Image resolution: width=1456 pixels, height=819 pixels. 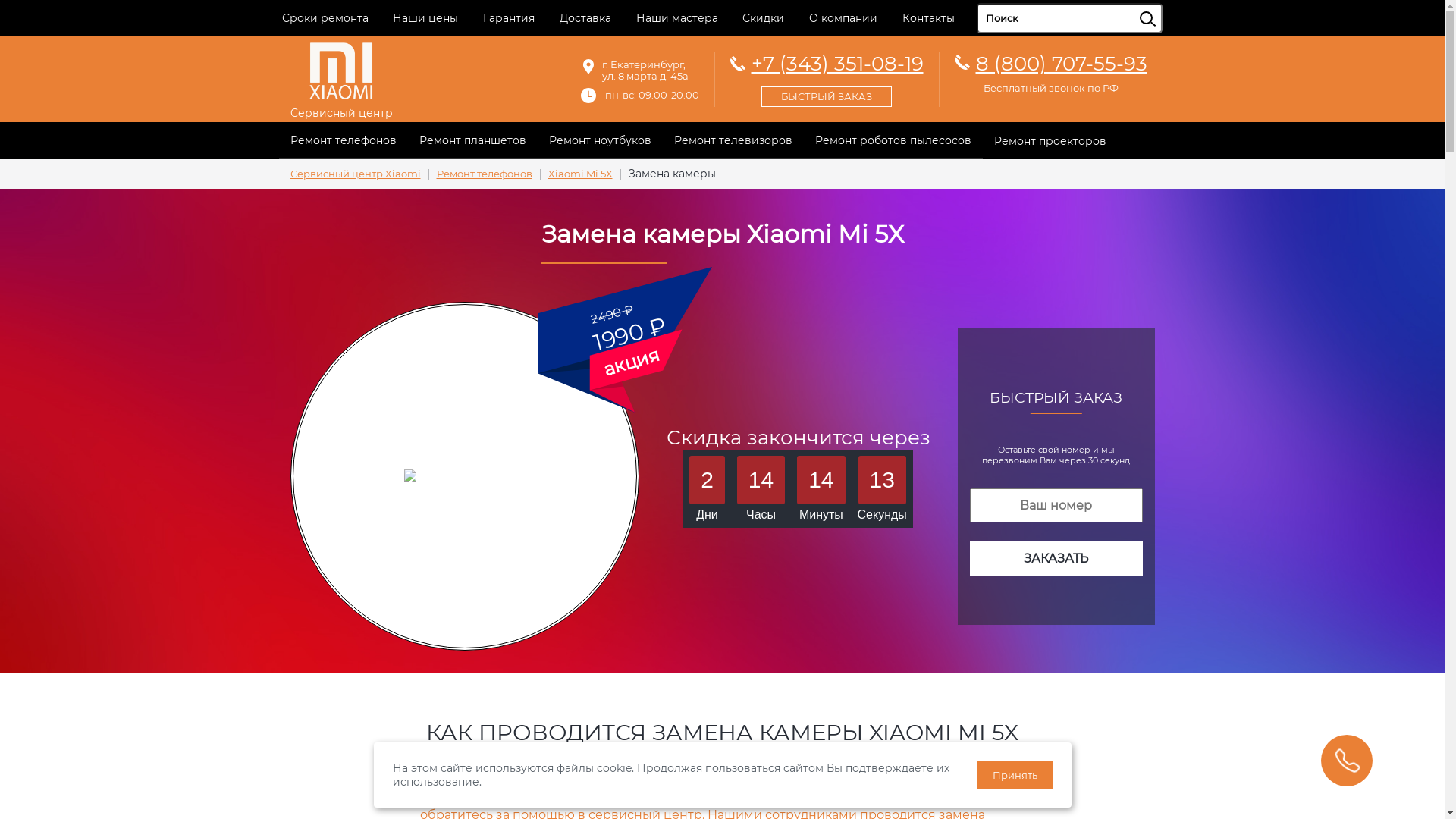 I want to click on 'Xiaomi Mi 5X', so click(x=579, y=173).